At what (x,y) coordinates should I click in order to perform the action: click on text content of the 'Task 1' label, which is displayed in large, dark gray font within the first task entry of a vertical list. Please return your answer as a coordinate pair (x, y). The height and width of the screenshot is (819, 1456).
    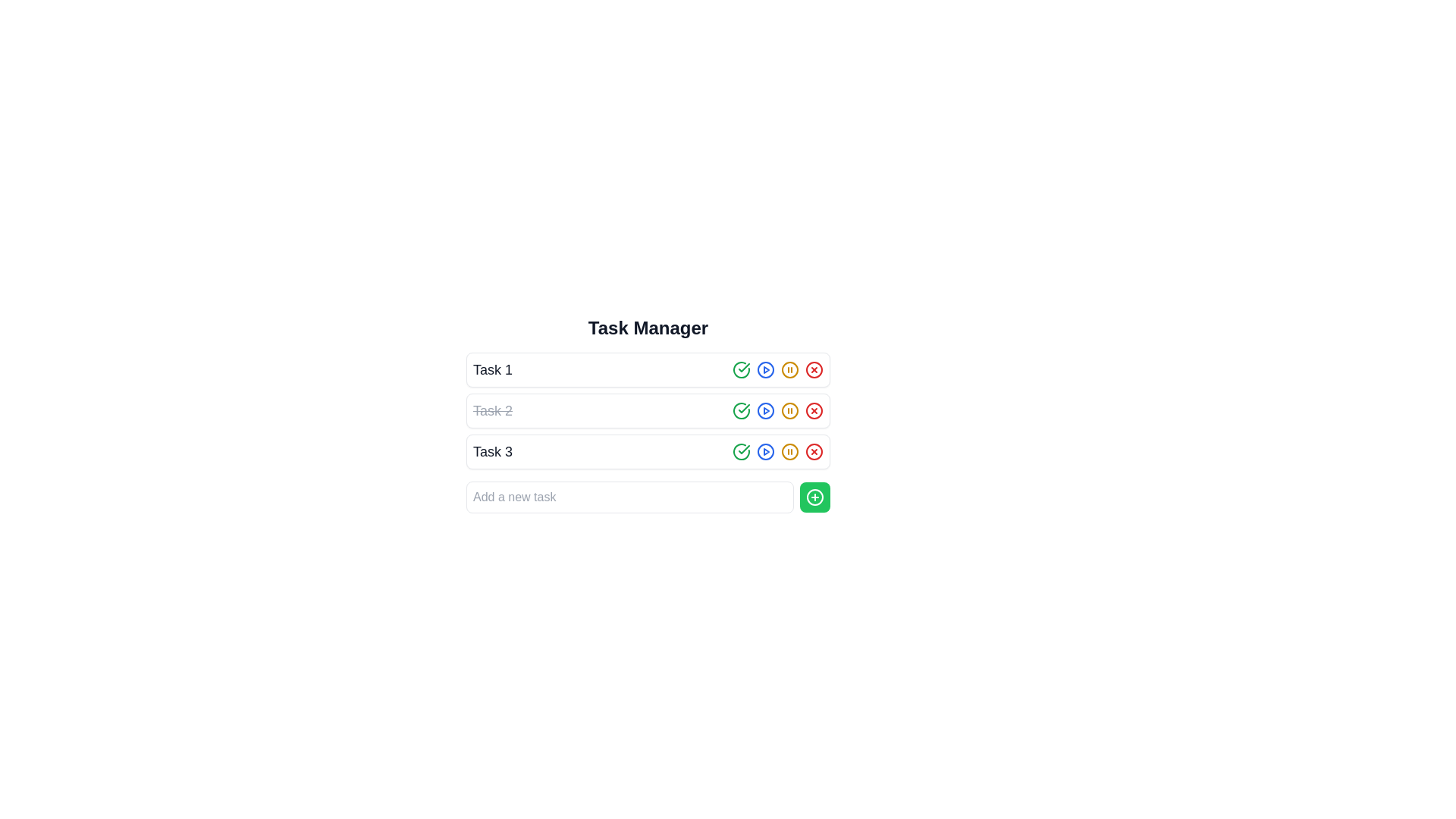
    Looking at the image, I should click on (493, 370).